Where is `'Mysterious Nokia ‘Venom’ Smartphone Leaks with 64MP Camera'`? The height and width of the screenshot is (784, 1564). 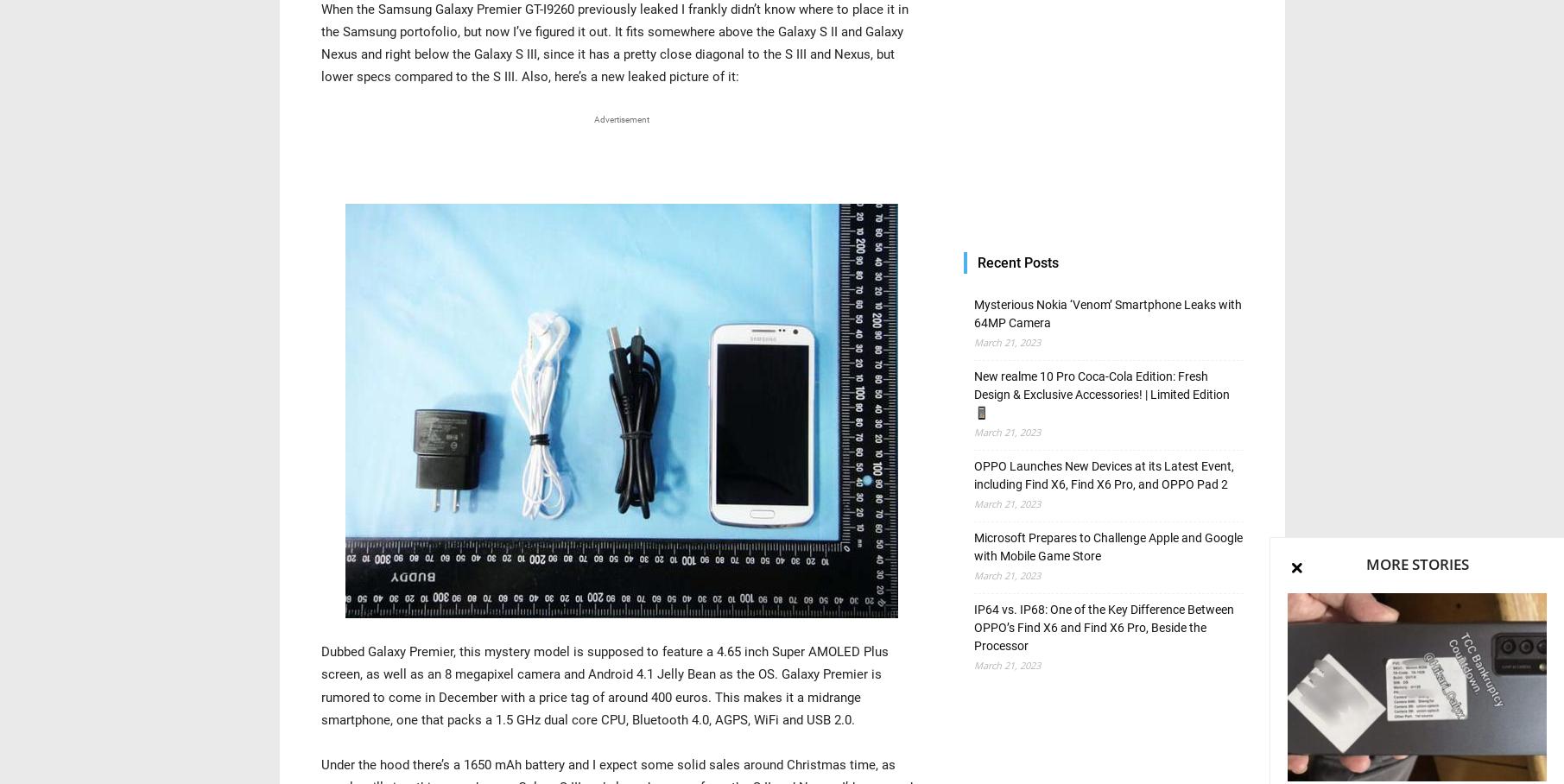
'Mysterious Nokia ‘Venom’ Smartphone Leaks with 64MP Camera' is located at coordinates (1107, 313).